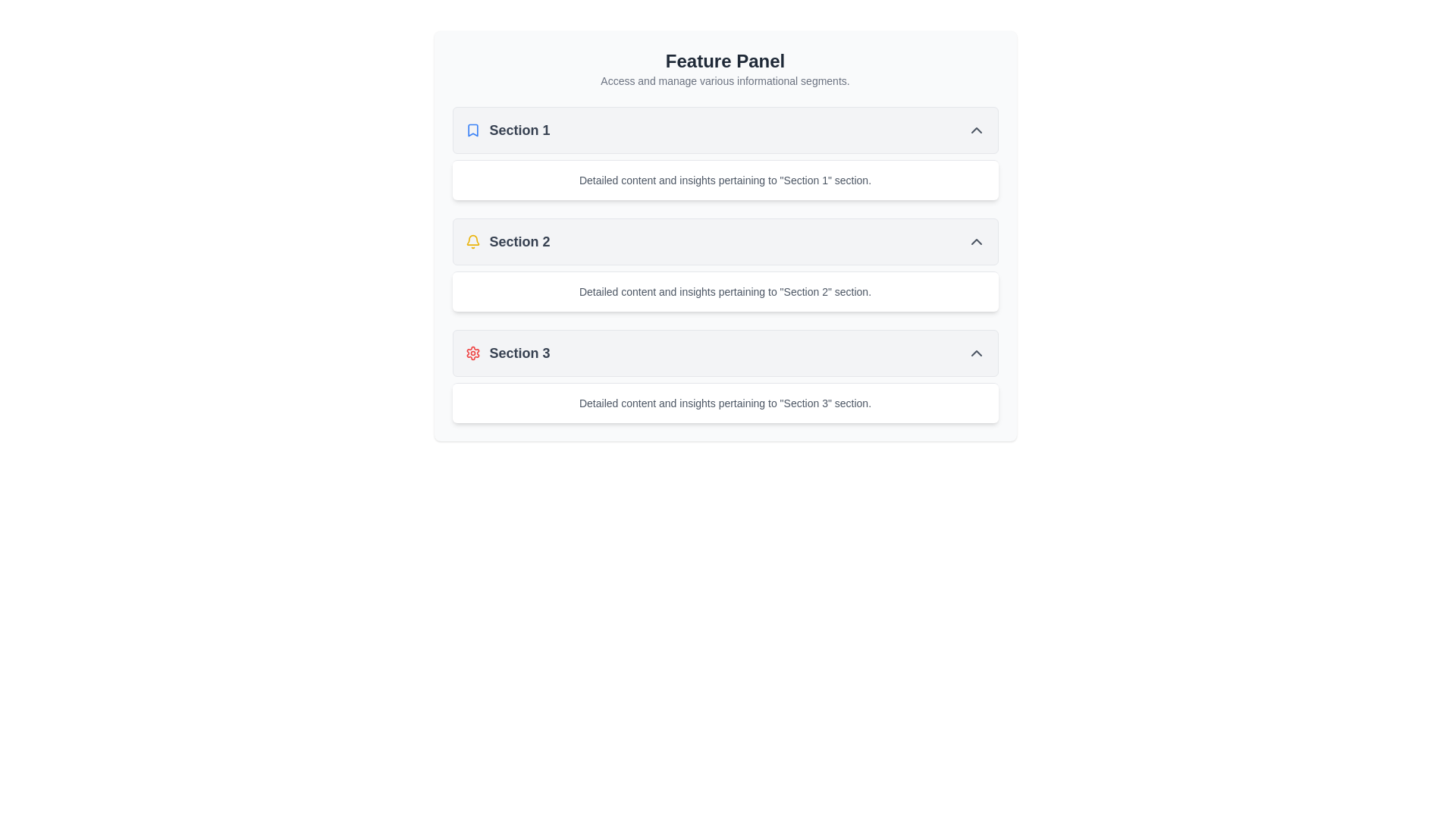  What do you see at coordinates (519, 130) in the screenshot?
I see `the text label or header displaying 'Section 1' in bold dark gray font, indicating its importance as a section header, which is located at the top of a list of section headers in the 'Feature Panel' interface` at bounding box center [519, 130].